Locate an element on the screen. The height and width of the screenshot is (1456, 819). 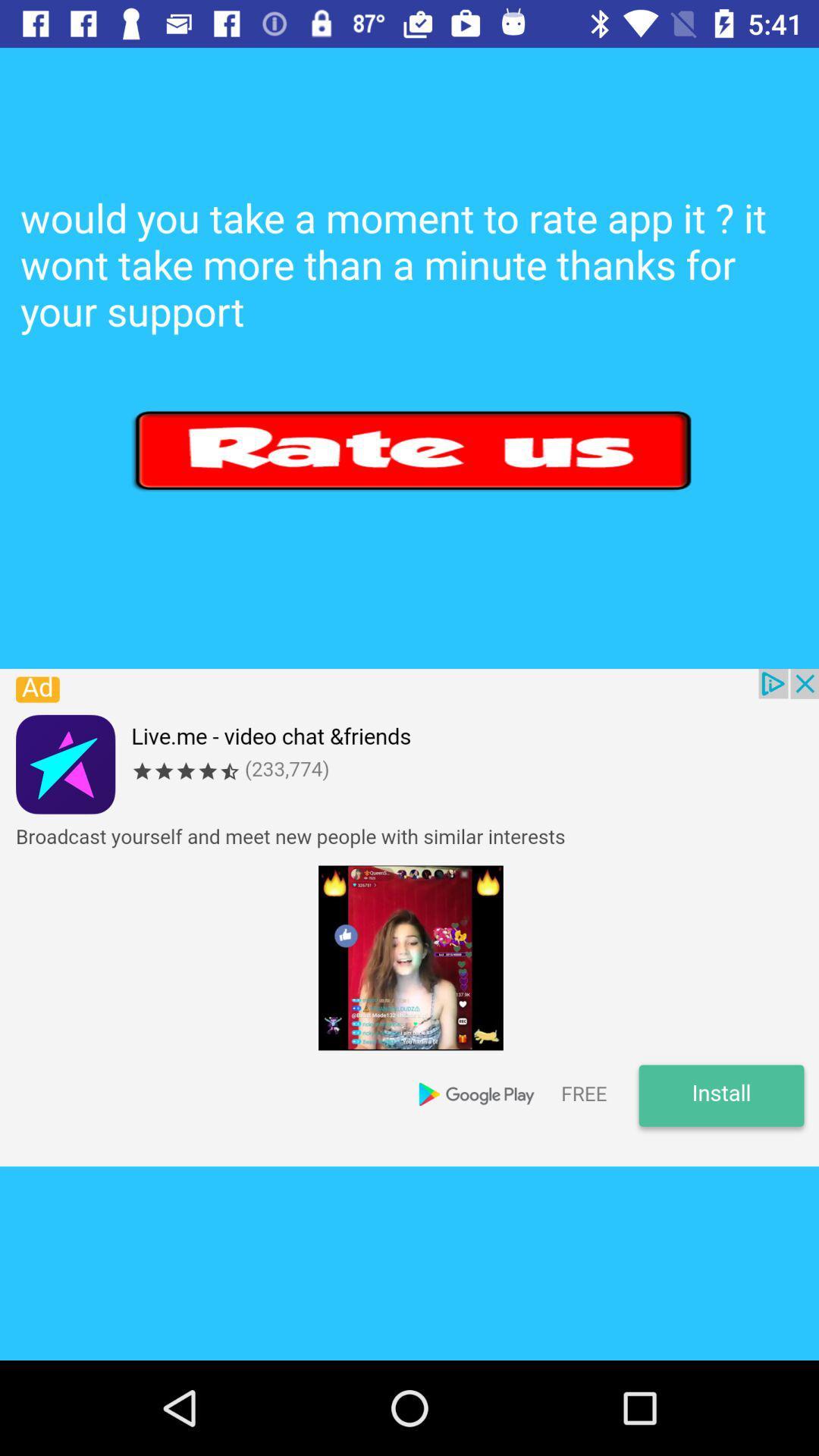
advertisement banner is located at coordinates (409, 917).